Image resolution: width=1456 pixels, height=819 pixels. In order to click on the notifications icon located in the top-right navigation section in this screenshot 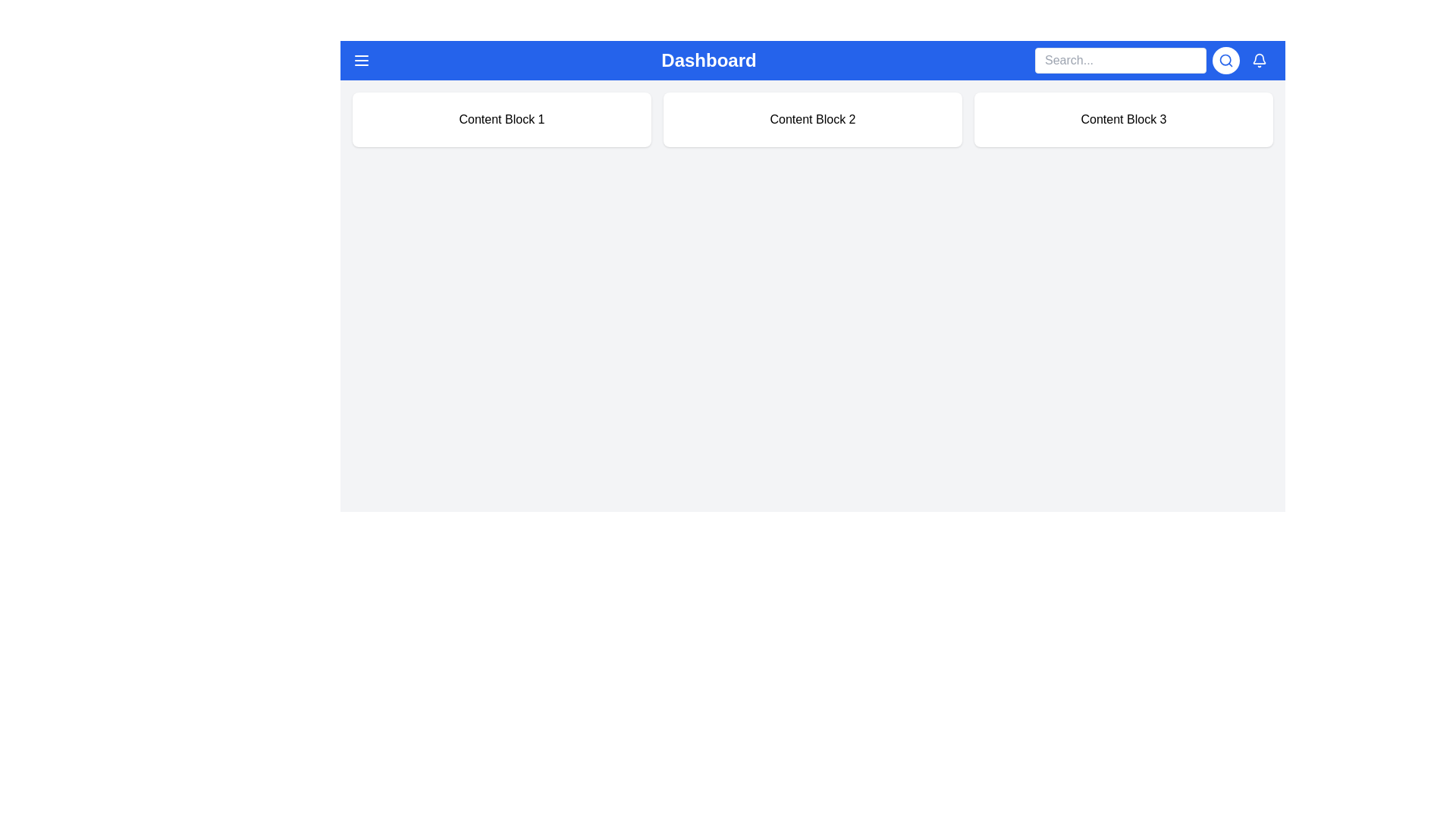, I will do `click(1259, 60)`.